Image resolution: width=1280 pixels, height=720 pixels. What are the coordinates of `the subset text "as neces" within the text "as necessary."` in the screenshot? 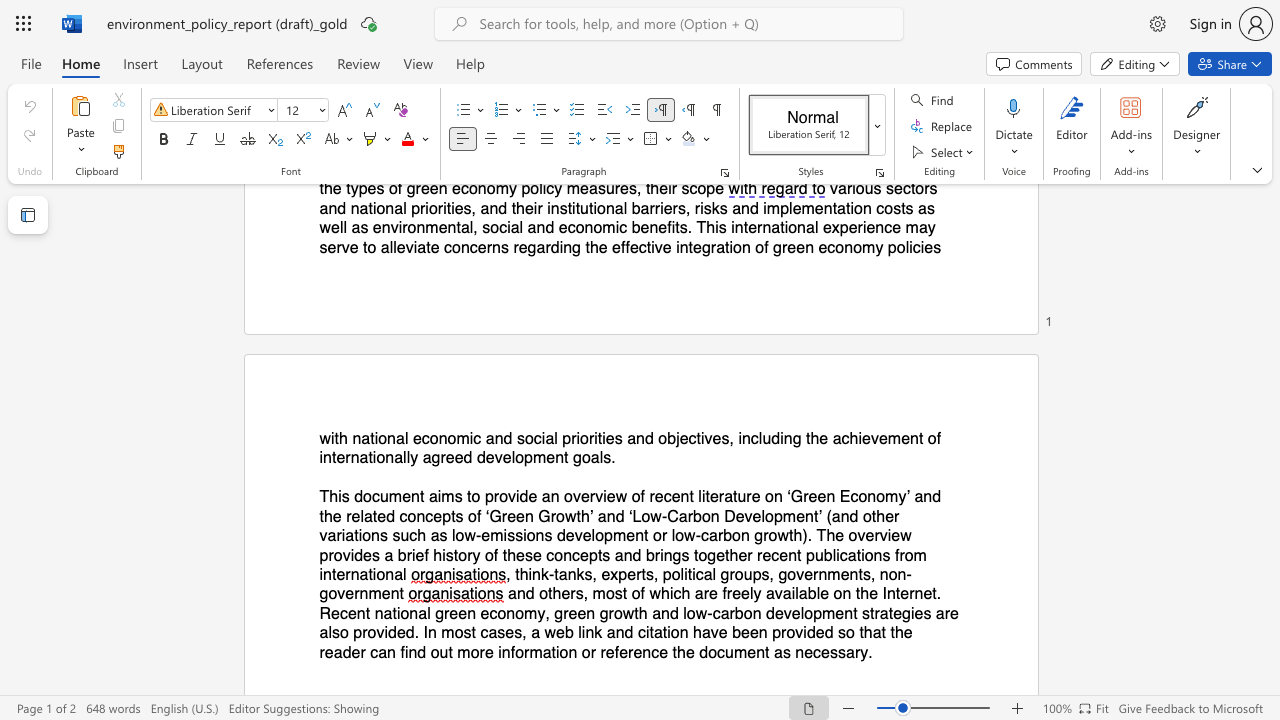 It's located at (773, 652).